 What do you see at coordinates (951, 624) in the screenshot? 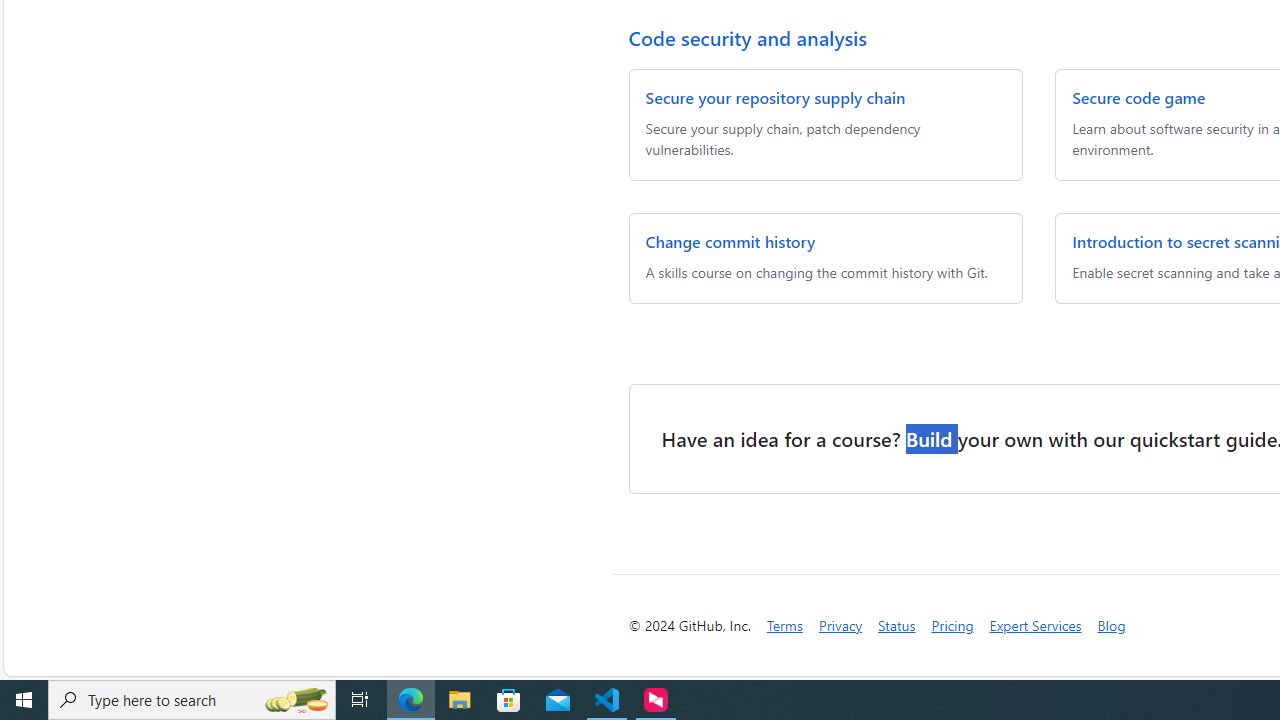
I see `'Pricing'` at bounding box center [951, 624].